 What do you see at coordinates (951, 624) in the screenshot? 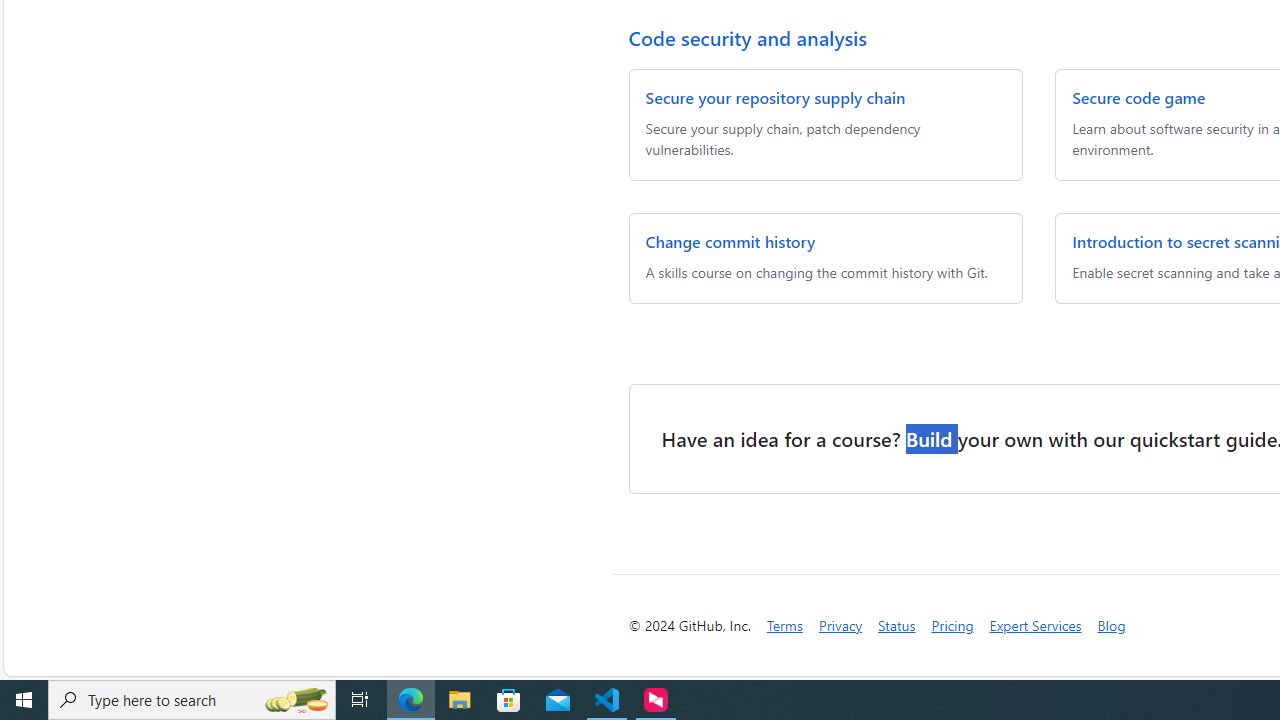
I see `'Pricing'` at bounding box center [951, 624].